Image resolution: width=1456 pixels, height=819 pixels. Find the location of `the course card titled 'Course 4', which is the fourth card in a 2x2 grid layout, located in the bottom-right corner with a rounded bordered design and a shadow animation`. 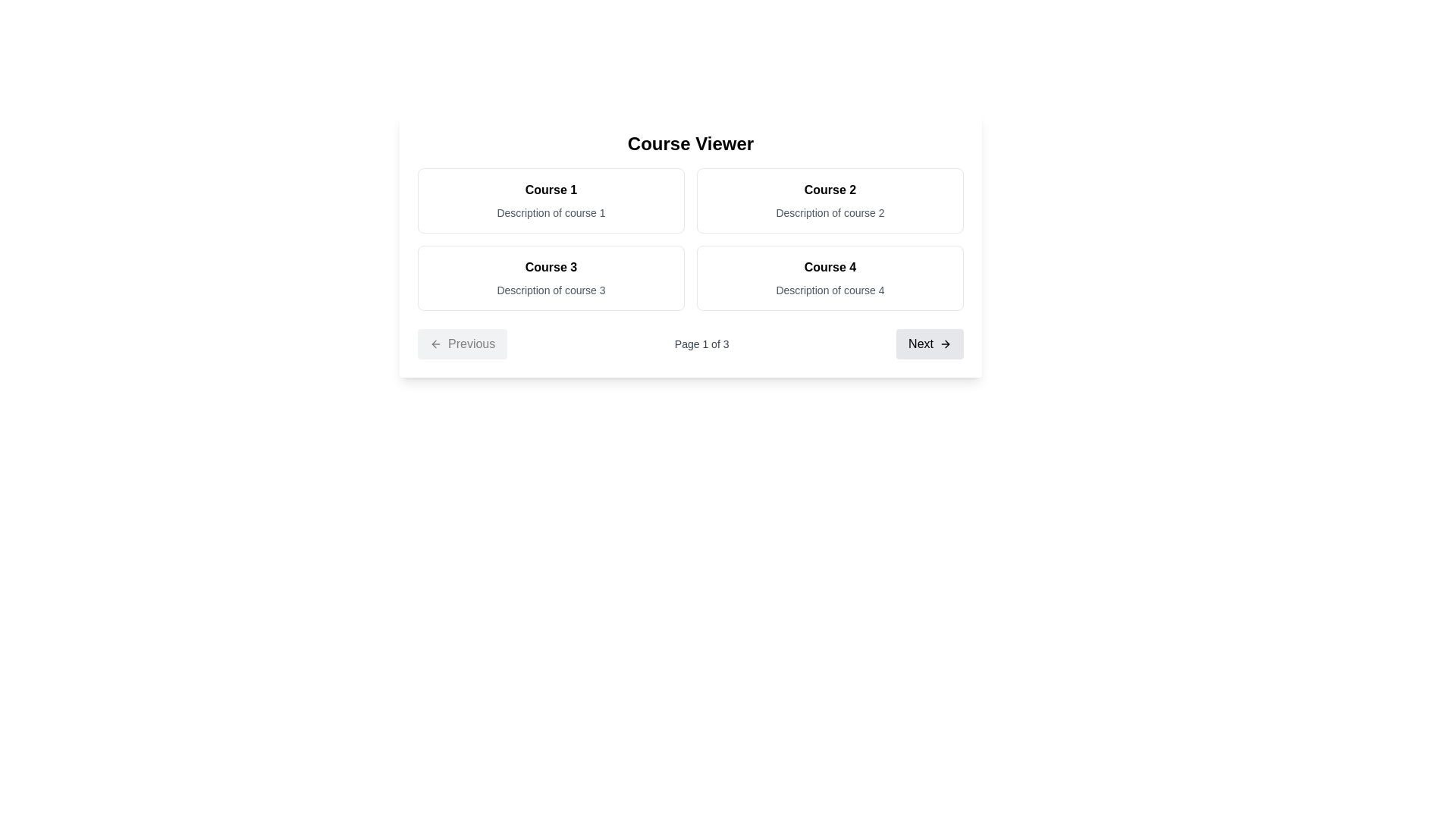

the course card titled 'Course 4', which is the fourth card in a 2x2 grid layout, located in the bottom-right corner with a rounded bordered design and a shadow animation is located at coordinates (829, 278).